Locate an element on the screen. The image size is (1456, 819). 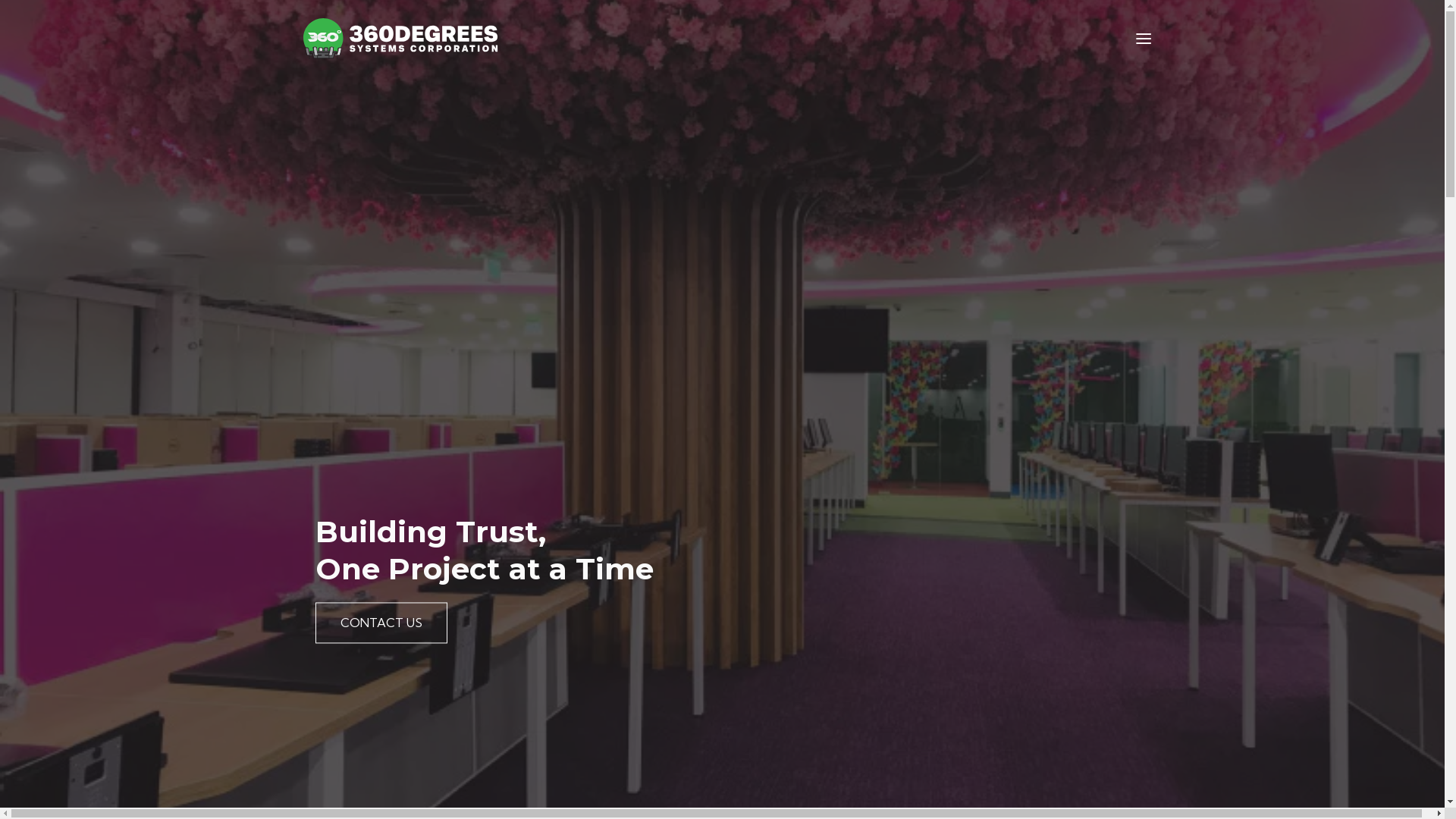
'CONTACT US' is located at coordinates (381, 623).